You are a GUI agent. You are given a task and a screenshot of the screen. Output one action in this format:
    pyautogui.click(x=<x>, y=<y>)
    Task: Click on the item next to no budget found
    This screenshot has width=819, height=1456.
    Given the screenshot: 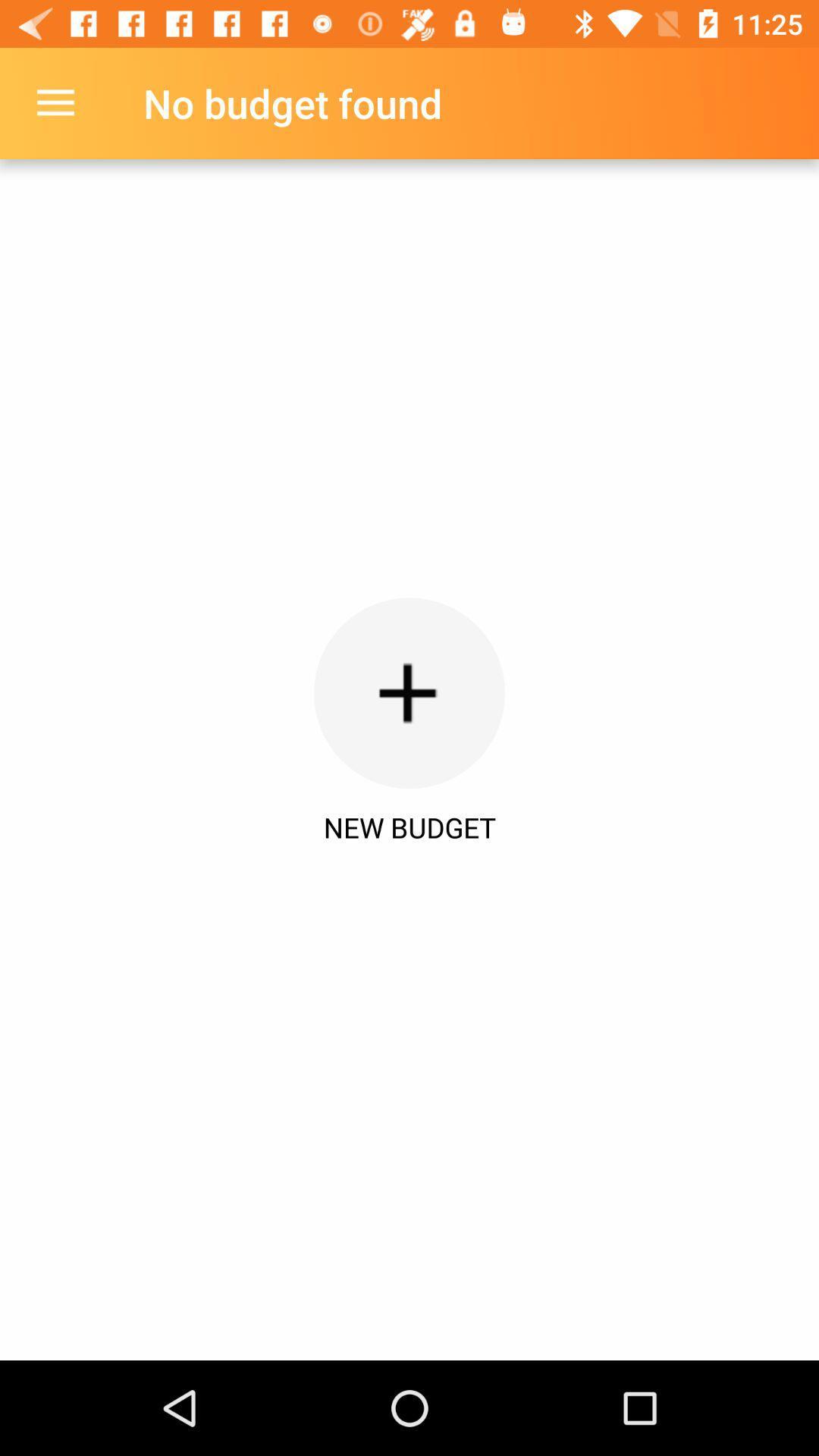 What is the action you would take?
    pyautogui.click(x=55, y=102)
    